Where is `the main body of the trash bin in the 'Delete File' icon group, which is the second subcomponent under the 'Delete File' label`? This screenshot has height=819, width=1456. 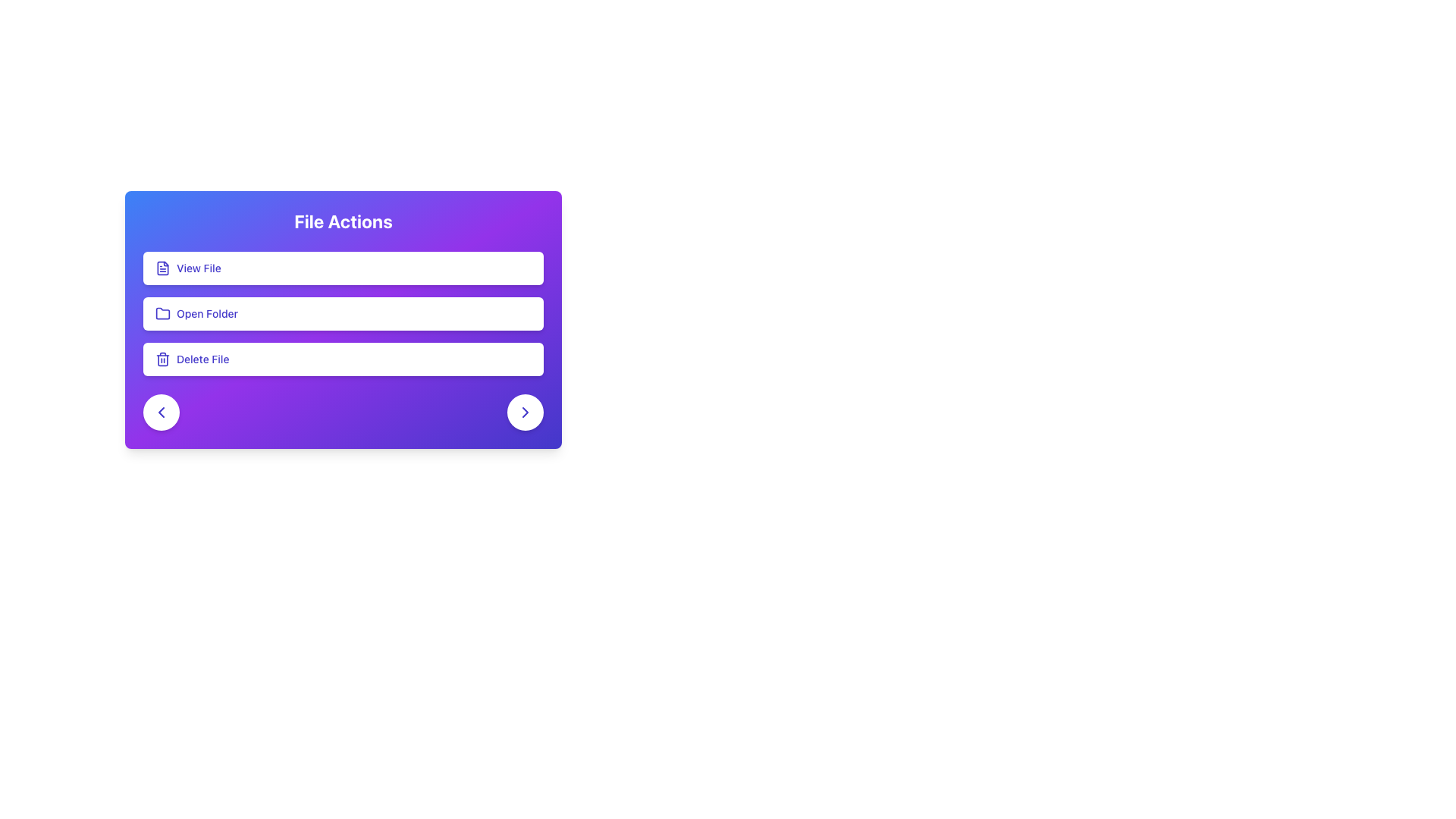 the main body of the trash bin in the 'Delete File' icon group, which is the second subcomponent under the 'Delete File' label is located at coordinates (163, 359).